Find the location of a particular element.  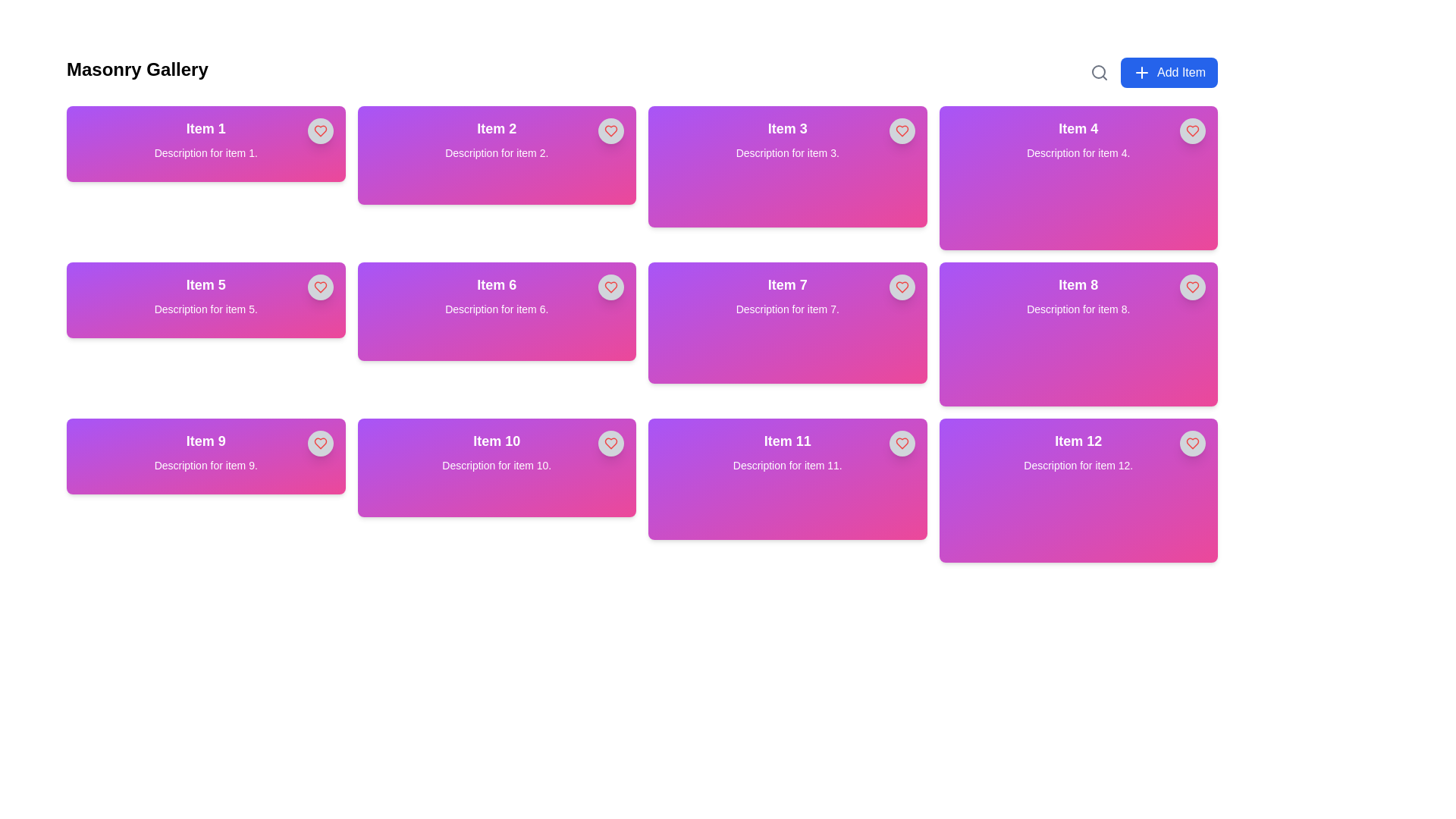

the title of the interactive card that displays an item preview is located at coordinates (496, 155).